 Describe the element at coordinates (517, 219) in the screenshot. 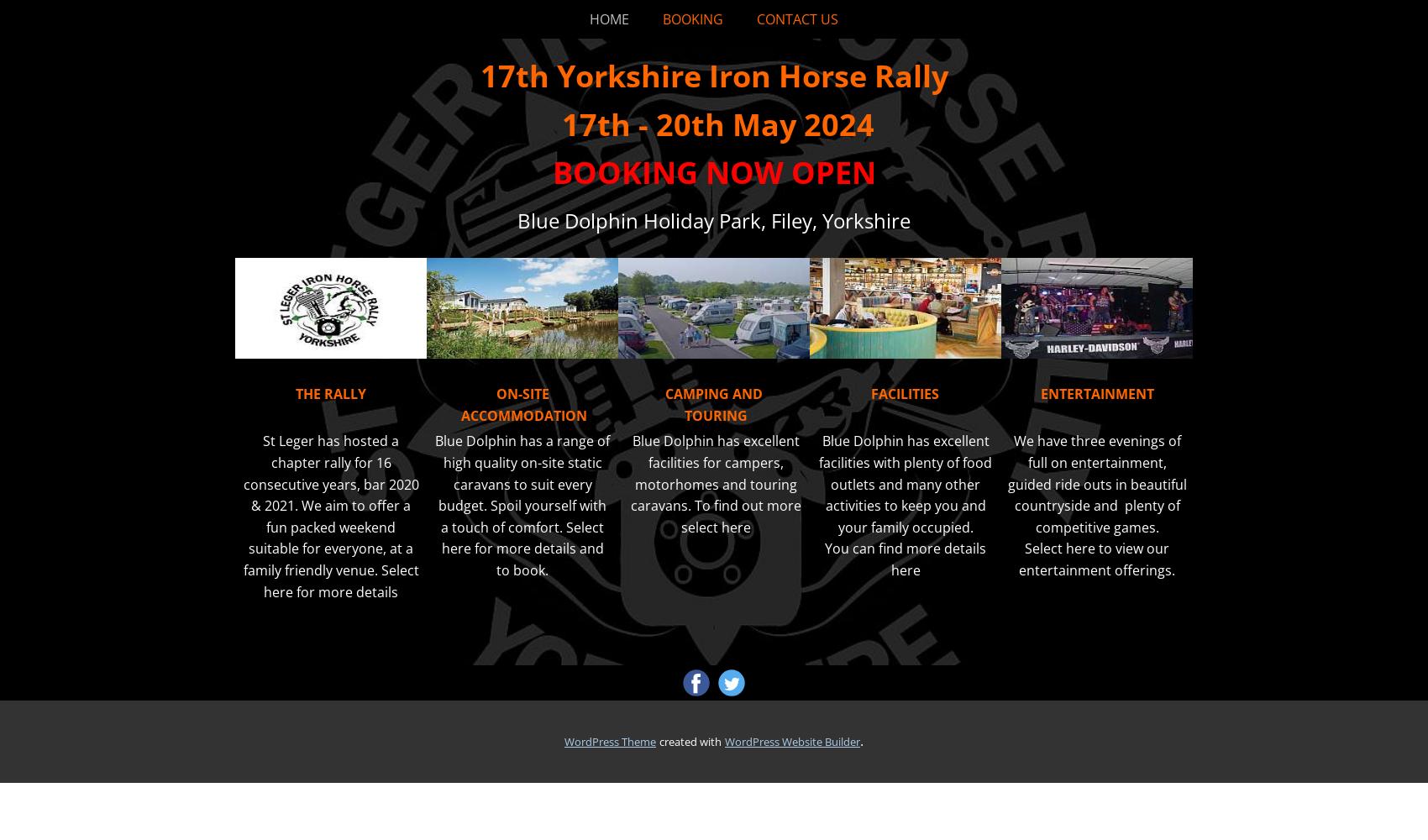

I see `'Blue Dolphin Holiday Park, Filey, Yorkshire'` at that location.